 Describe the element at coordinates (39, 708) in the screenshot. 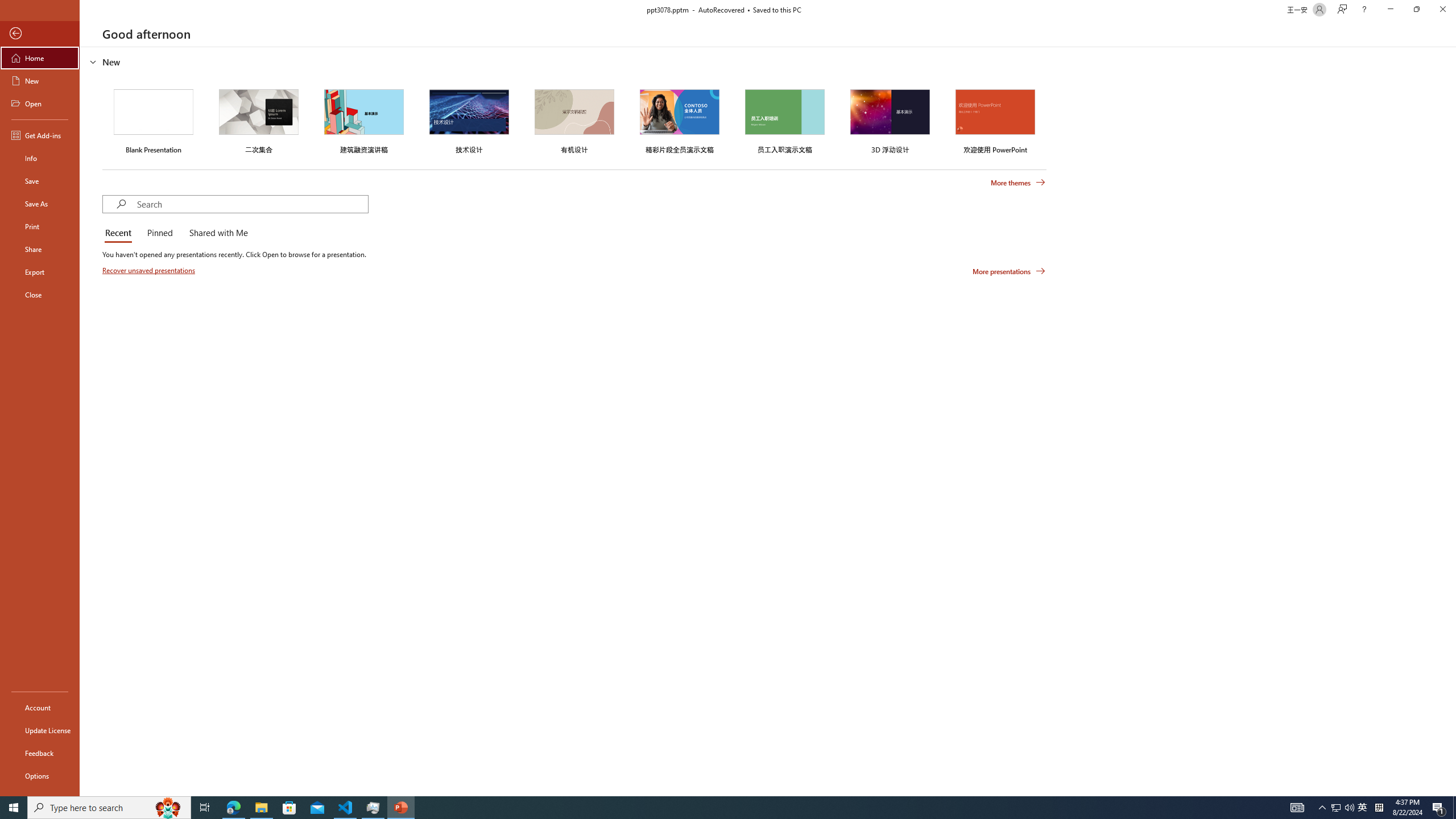

I see `'Account'` at that location.